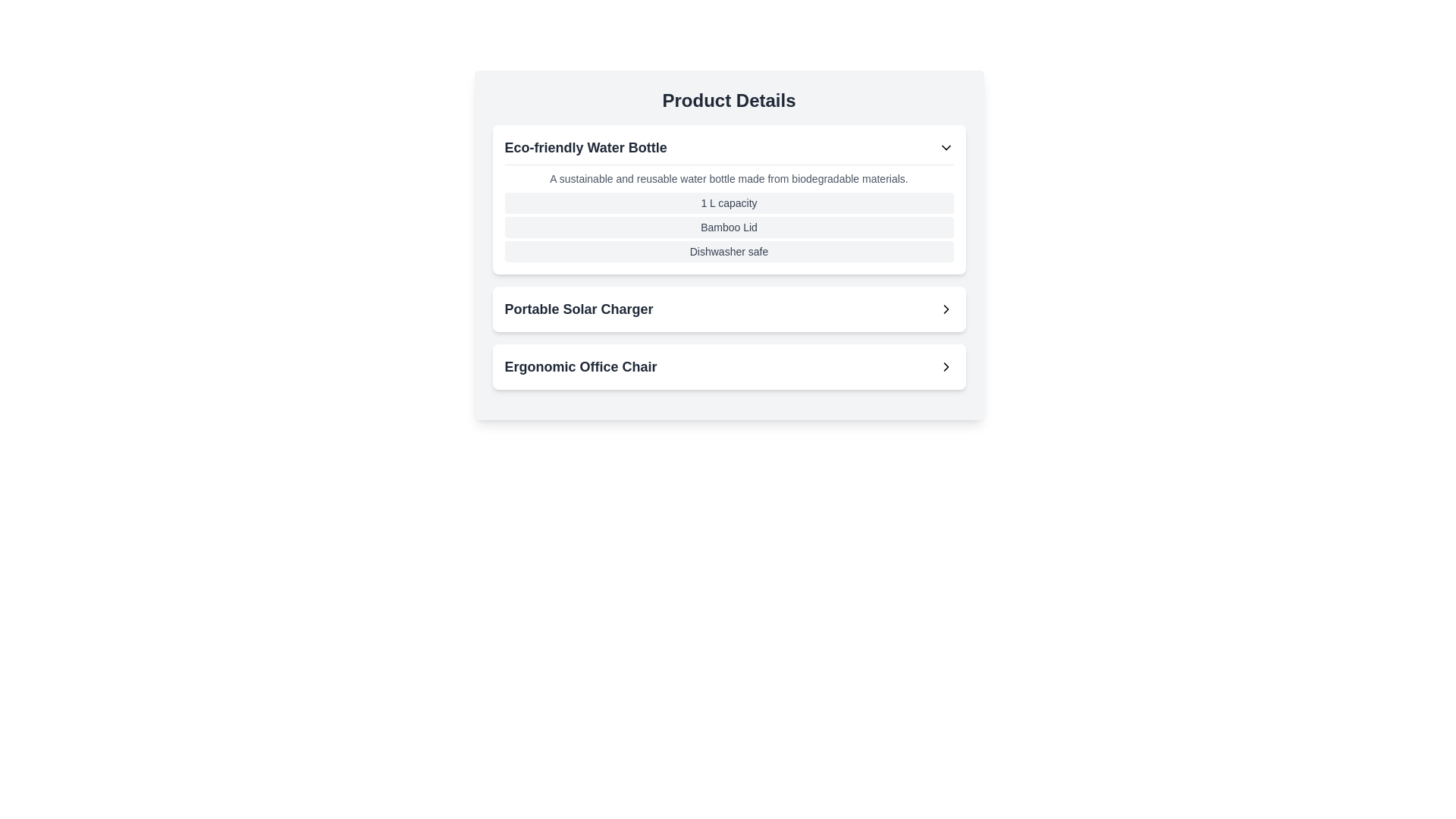 The width and height of the screenshot is (1456, 819). What do you see at coordinates (945, 148) in the screenshot?
I see `the chevron icon located at the rightmost end of the 'Eco-friendly Water Bottle' section` at bounding box center [945, 148].